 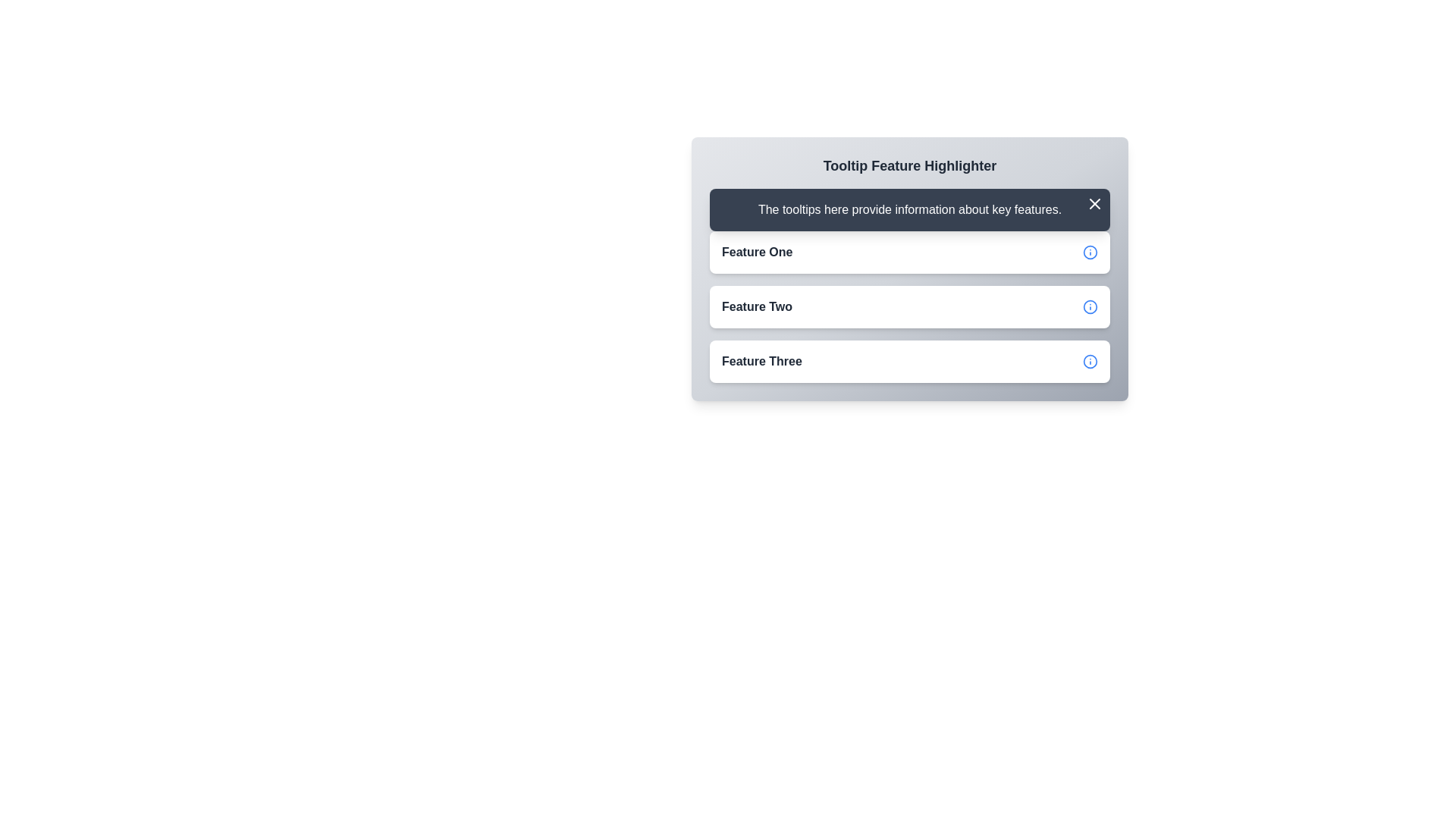 I want to click on the SVG Circle that is part of the icon located to the right of the 'Feature One' button, so click(x=1090, y=251).